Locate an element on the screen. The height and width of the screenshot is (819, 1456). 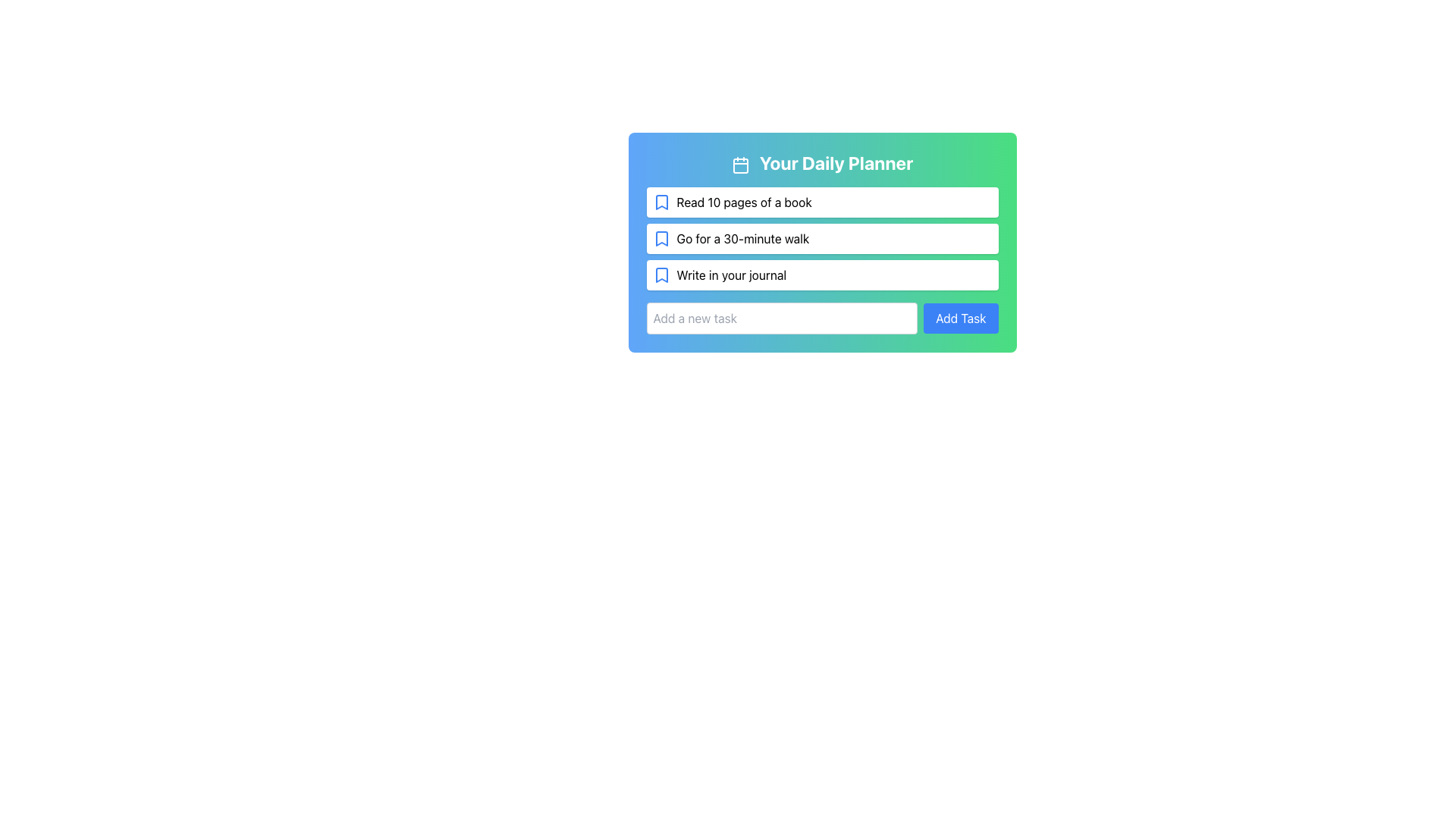
the middle task item in the 'Your Daily Planner' section that identifies the task 'Go for a 30-minute walk' is located at coordinates (821, 239).